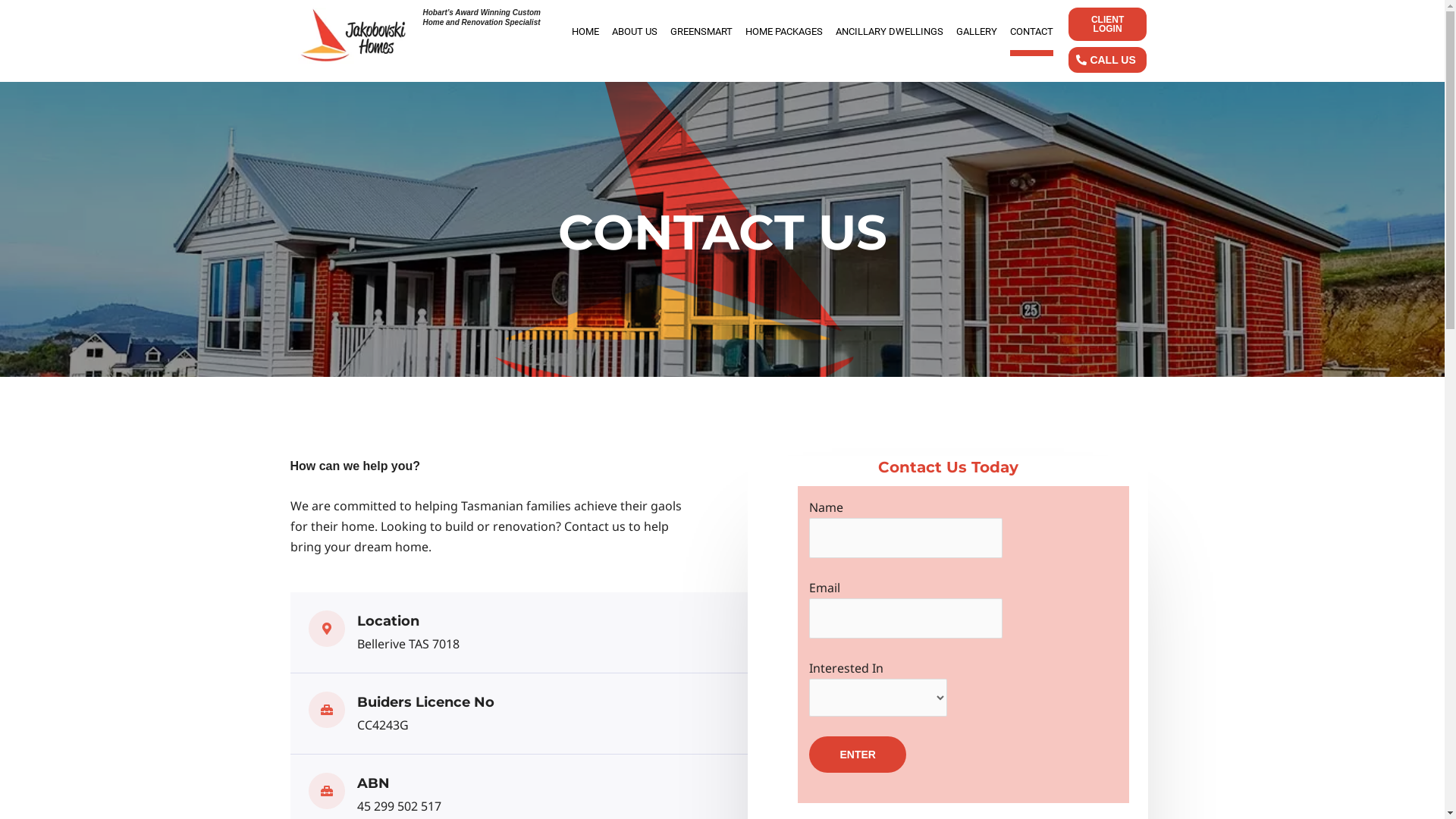 The width and height of the screenshot is (1456, 819). Describe the element at coordinates (1031, 32) in the screenshot. I see `'CONTACT'` at that location.